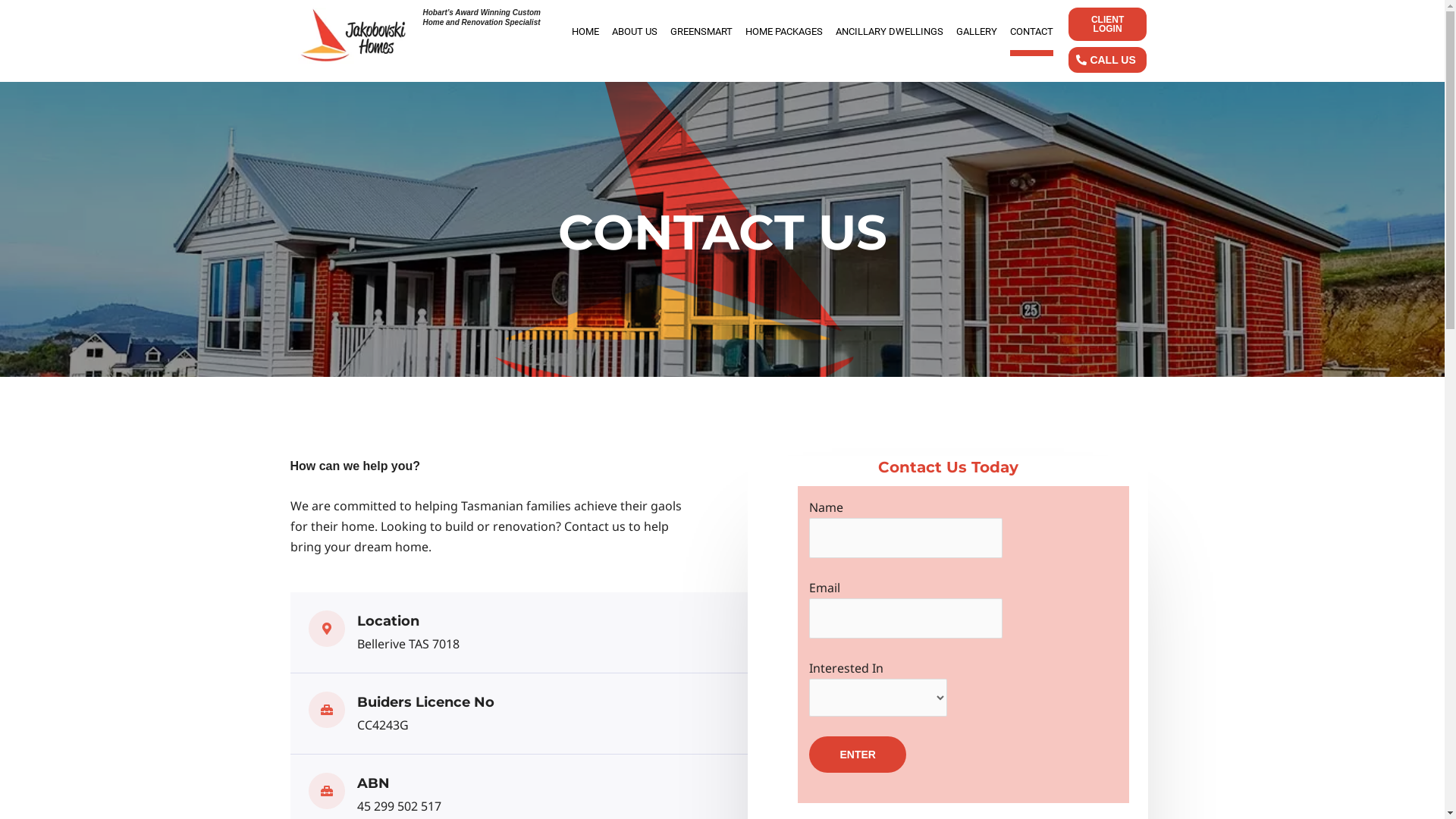 The width and height of the screenshot is (1456, 819). Describe the element at coordinates (1031, 32) in the screenshot. I see `'CONTACT'` at that location.